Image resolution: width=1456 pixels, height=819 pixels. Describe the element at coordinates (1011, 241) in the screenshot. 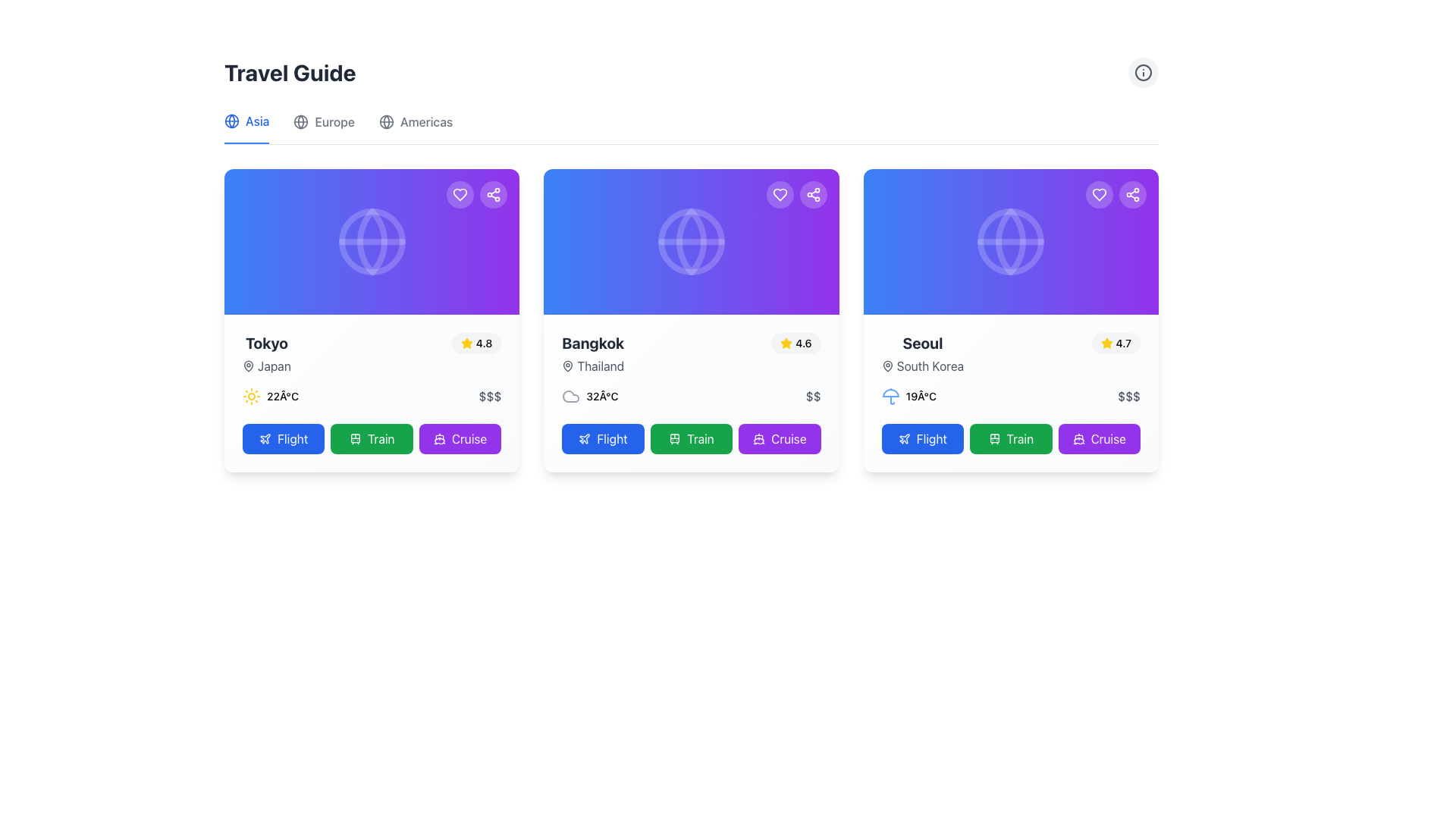

I see `the vertical elliptical portion of the globe graphic in the Seoul travel card, which is styled with thin lines and is centered within the icon` at that location.